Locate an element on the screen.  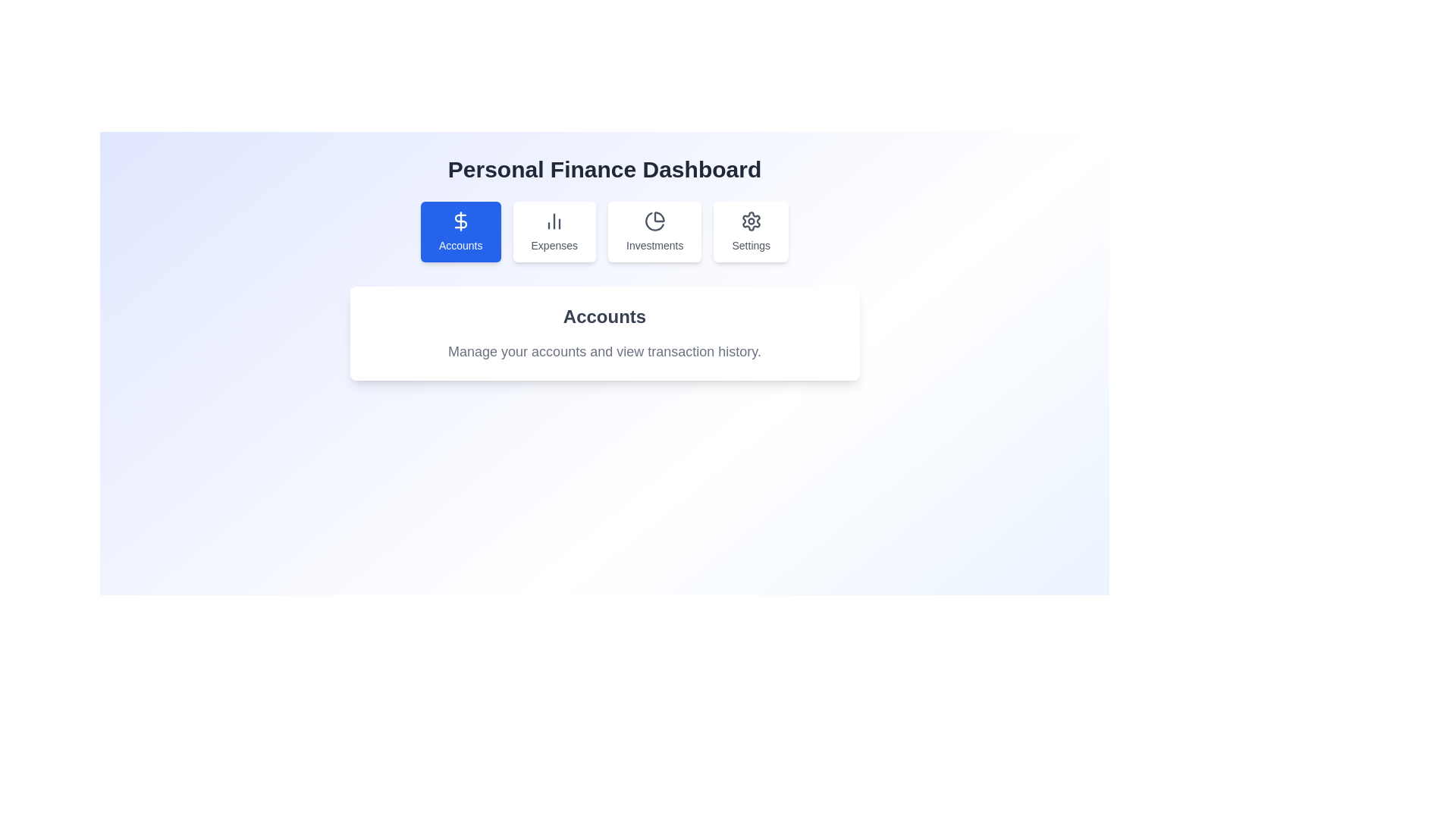
the 'Settings' button, which is the fourth button from the left in the horizontal list of buttons labeled 'Accounts,' 'Expenses,' 'Investments,' and 'Settings' is located at coordinates (751, 231).